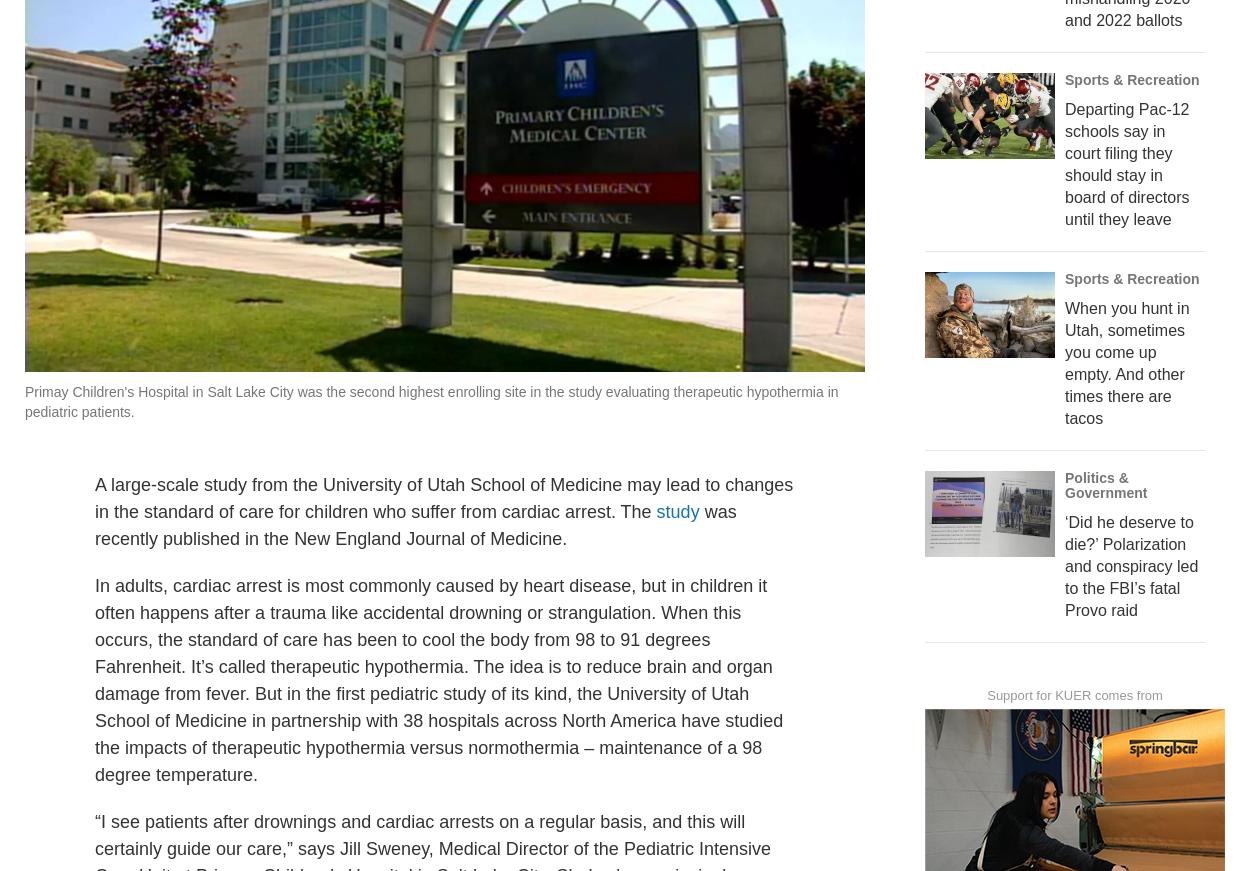 The width and height of the screenshot is (1250, 871). Describe the element at coordinates (443, 541) in the screenshot. I see `'A large-scale study from the University of Utah School of Medicine may lead to changes in the standard of care for children who suffer from cardiac arrest. The'` at that location.